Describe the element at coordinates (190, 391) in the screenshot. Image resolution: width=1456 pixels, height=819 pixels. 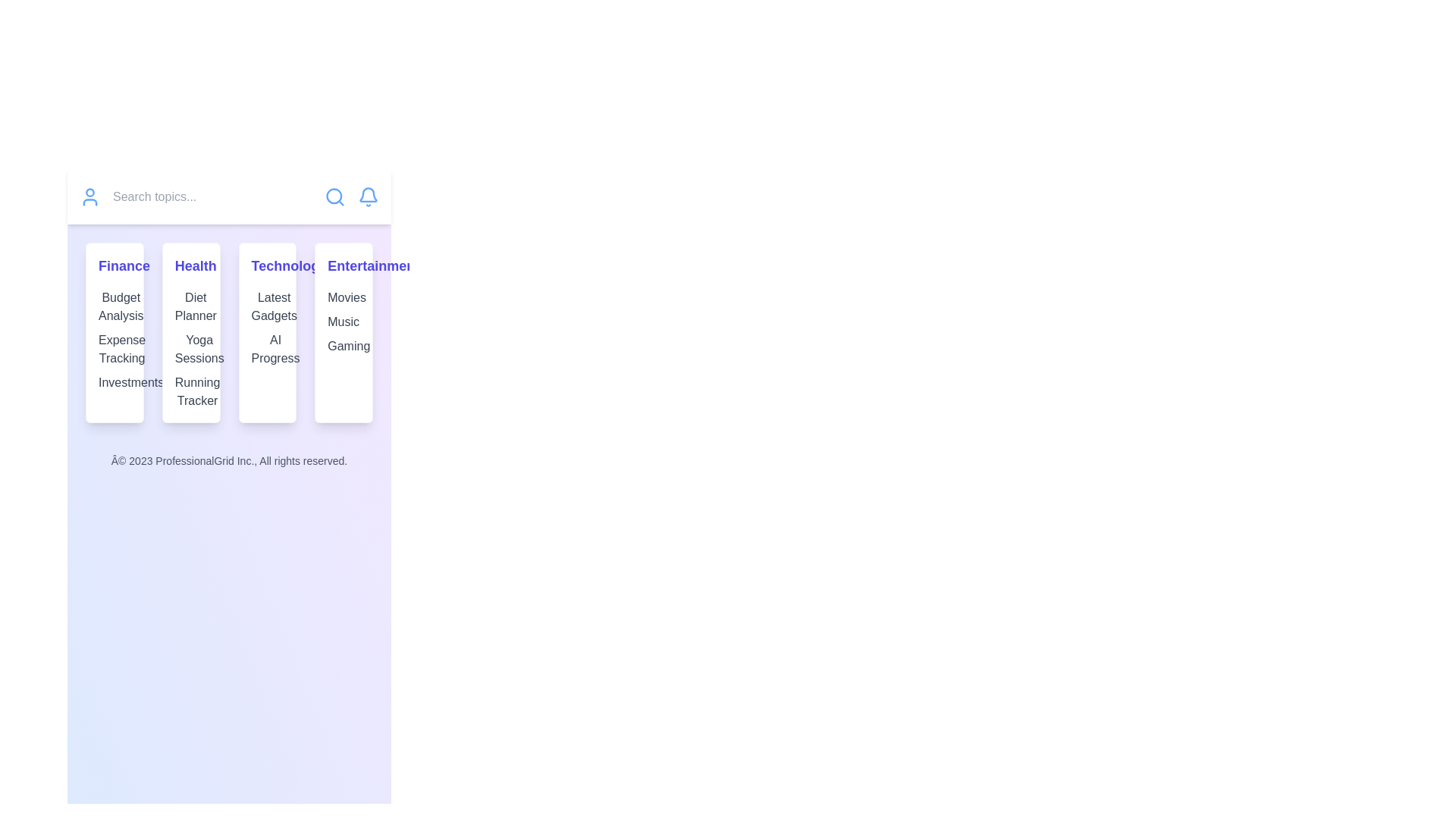
I see `the 'Running Tracker' text label, which is the third item under the 'Health' category, to select this feature` at that location.